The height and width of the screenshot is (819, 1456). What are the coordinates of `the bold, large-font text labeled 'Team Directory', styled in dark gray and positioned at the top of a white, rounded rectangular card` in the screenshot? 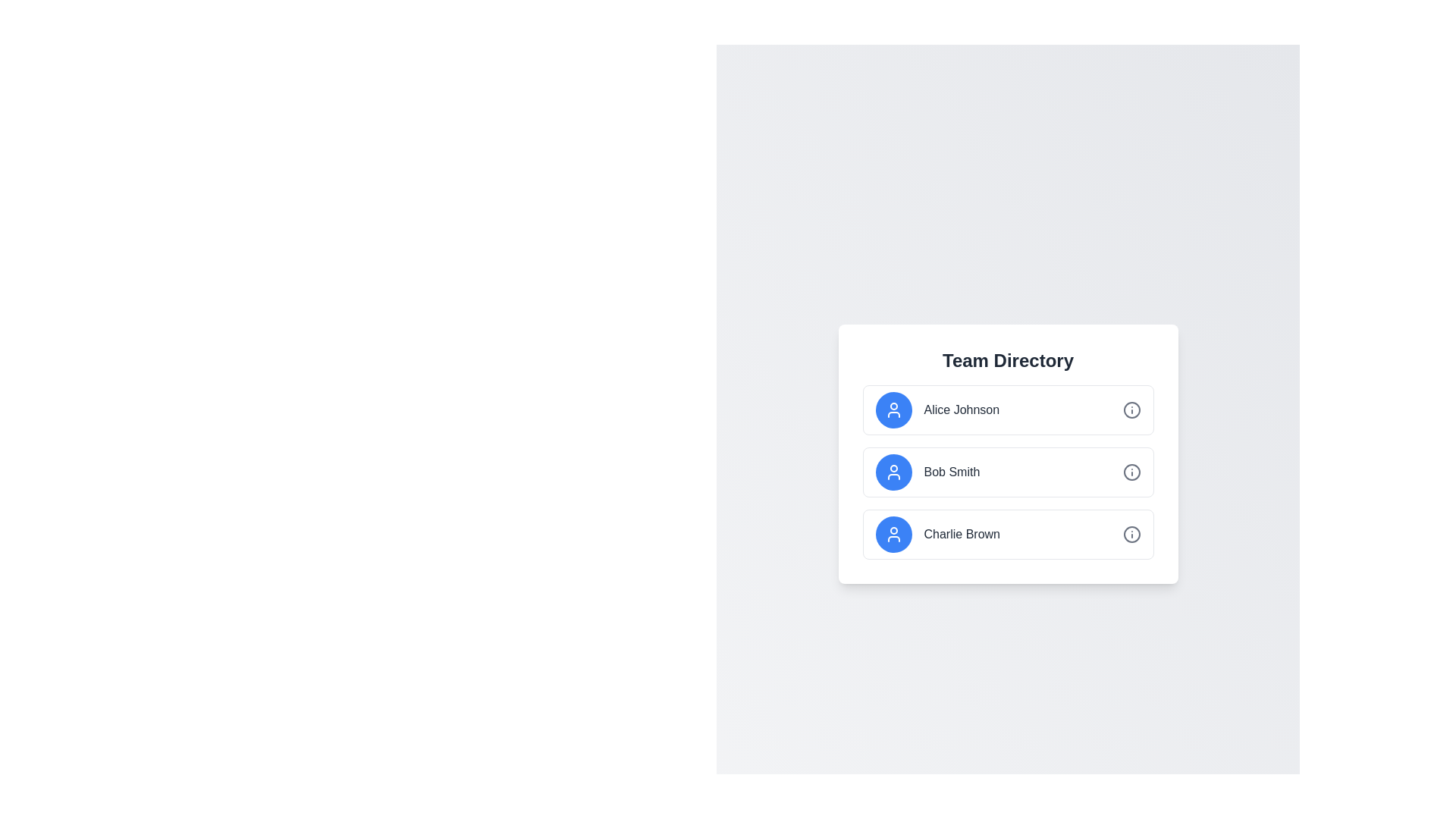 It's located at (1008, 360).